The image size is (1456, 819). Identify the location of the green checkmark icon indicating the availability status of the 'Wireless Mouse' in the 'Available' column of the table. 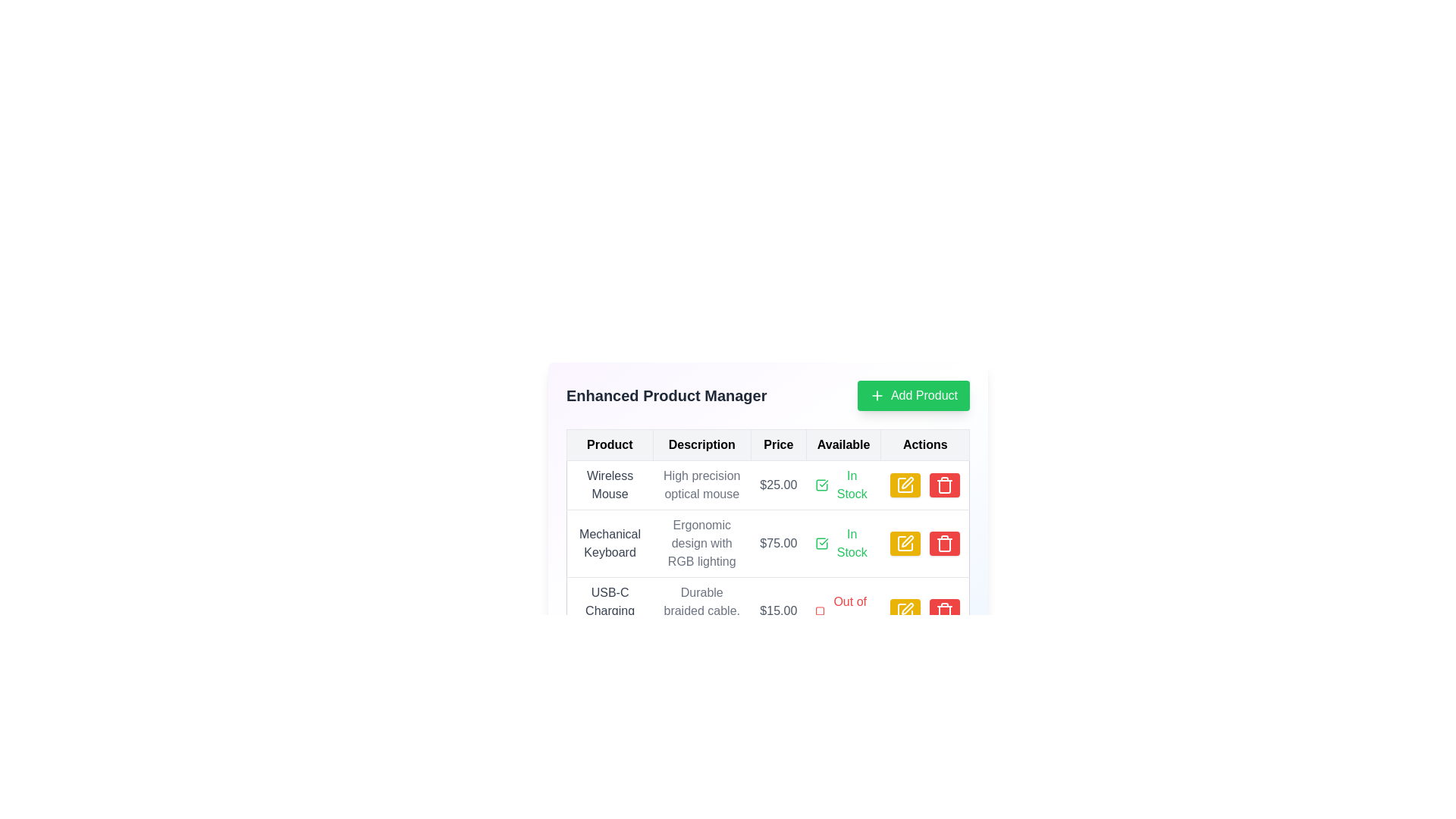
(843, 485).